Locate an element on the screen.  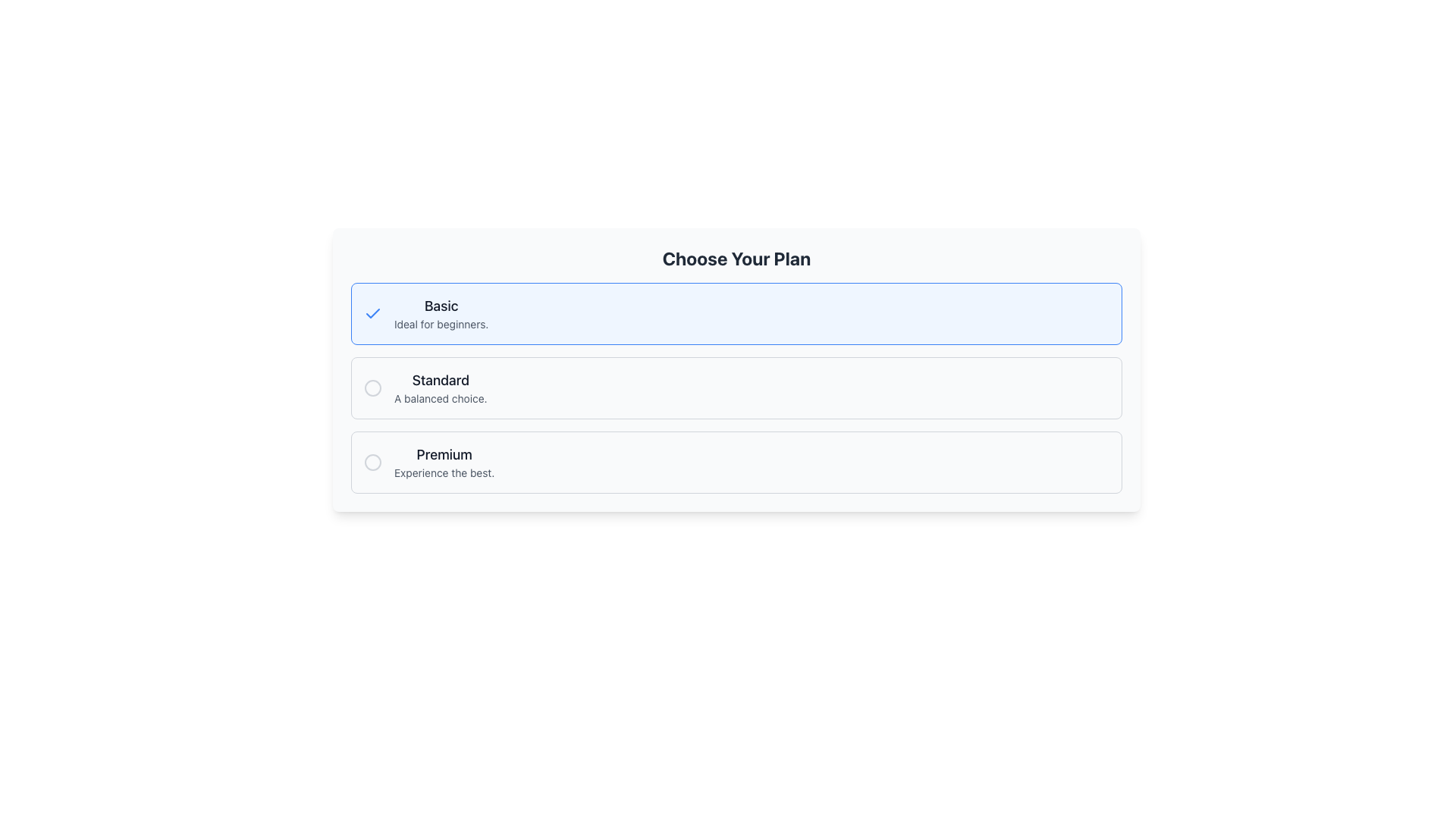
the descriptive Text label located beneath the 'Standard' option in the plan selection interface is located at coordinates (440, 397).